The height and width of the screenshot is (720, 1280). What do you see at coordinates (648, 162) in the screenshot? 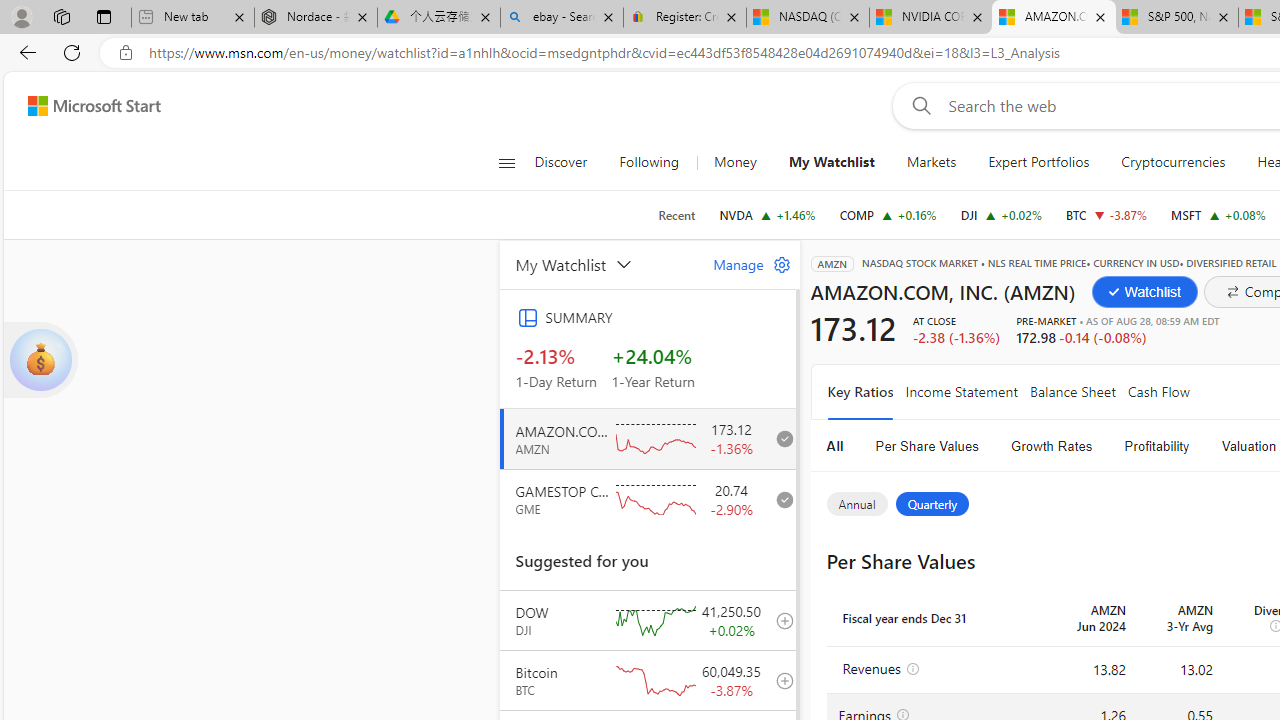
I see `'Following'` at bounding box center [648, 162].